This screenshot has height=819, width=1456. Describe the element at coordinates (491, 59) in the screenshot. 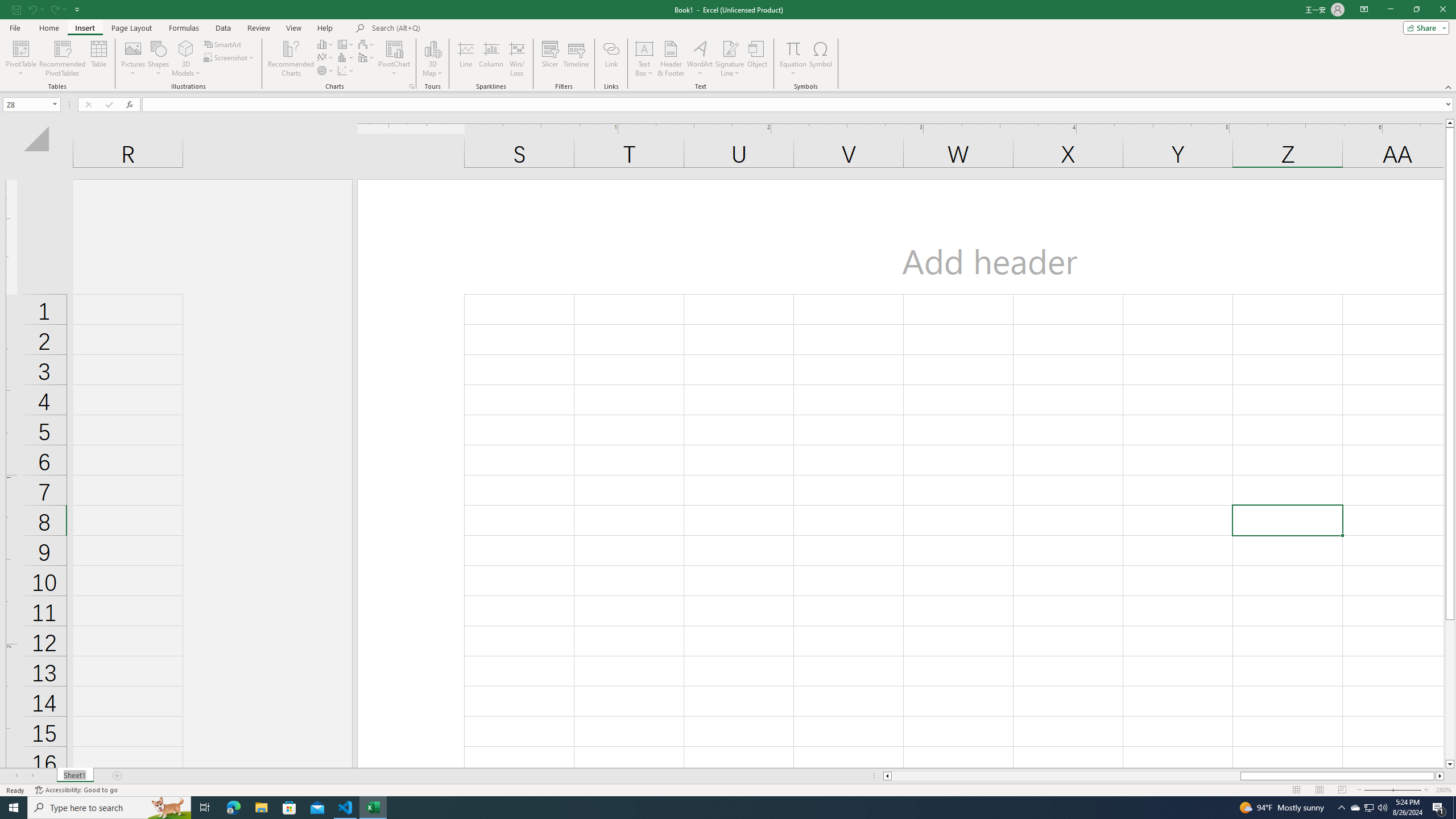

I see `'Column'` at that location.